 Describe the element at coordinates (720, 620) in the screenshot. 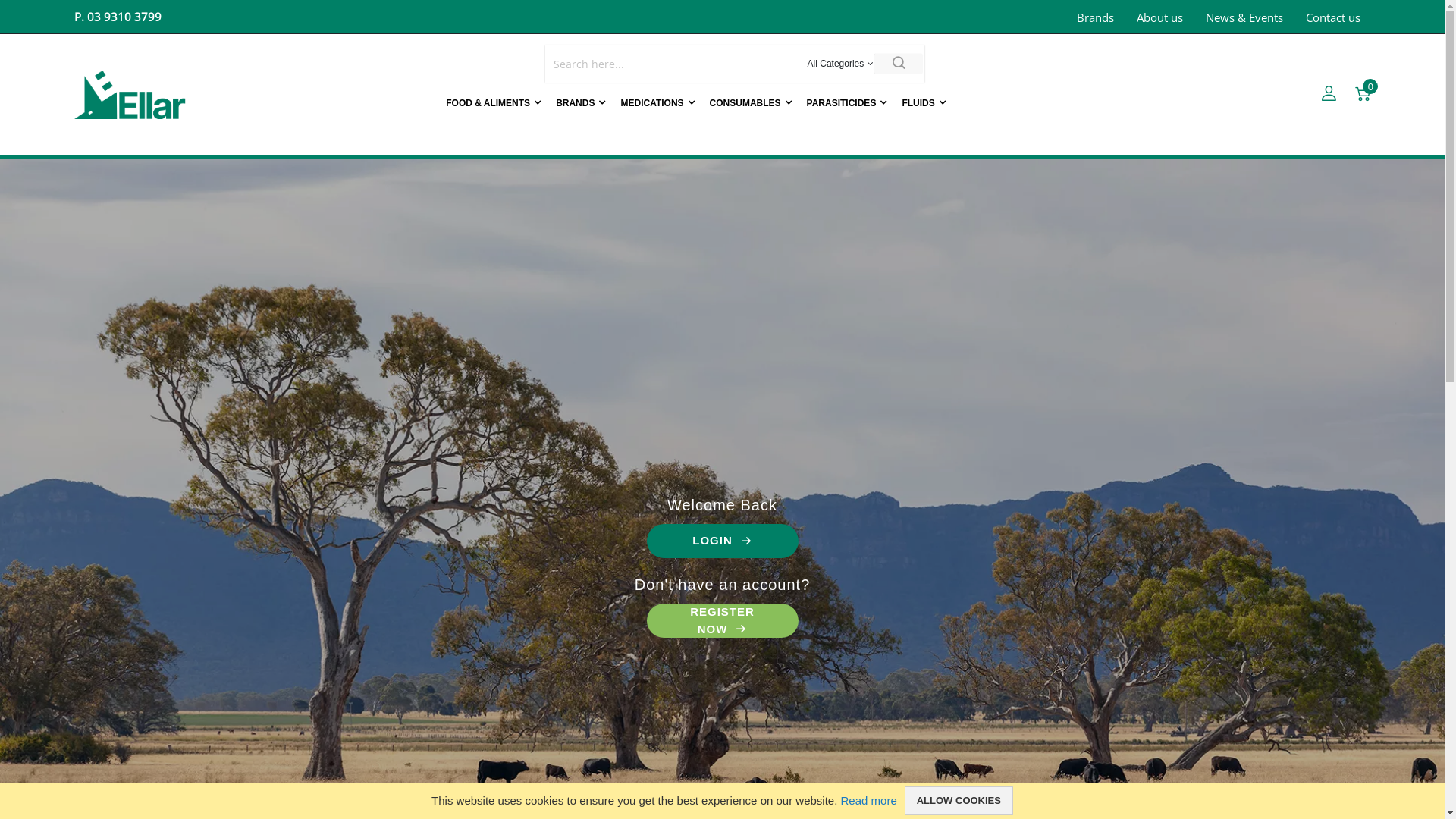

I see `'REGISTER NOW'` at that location.